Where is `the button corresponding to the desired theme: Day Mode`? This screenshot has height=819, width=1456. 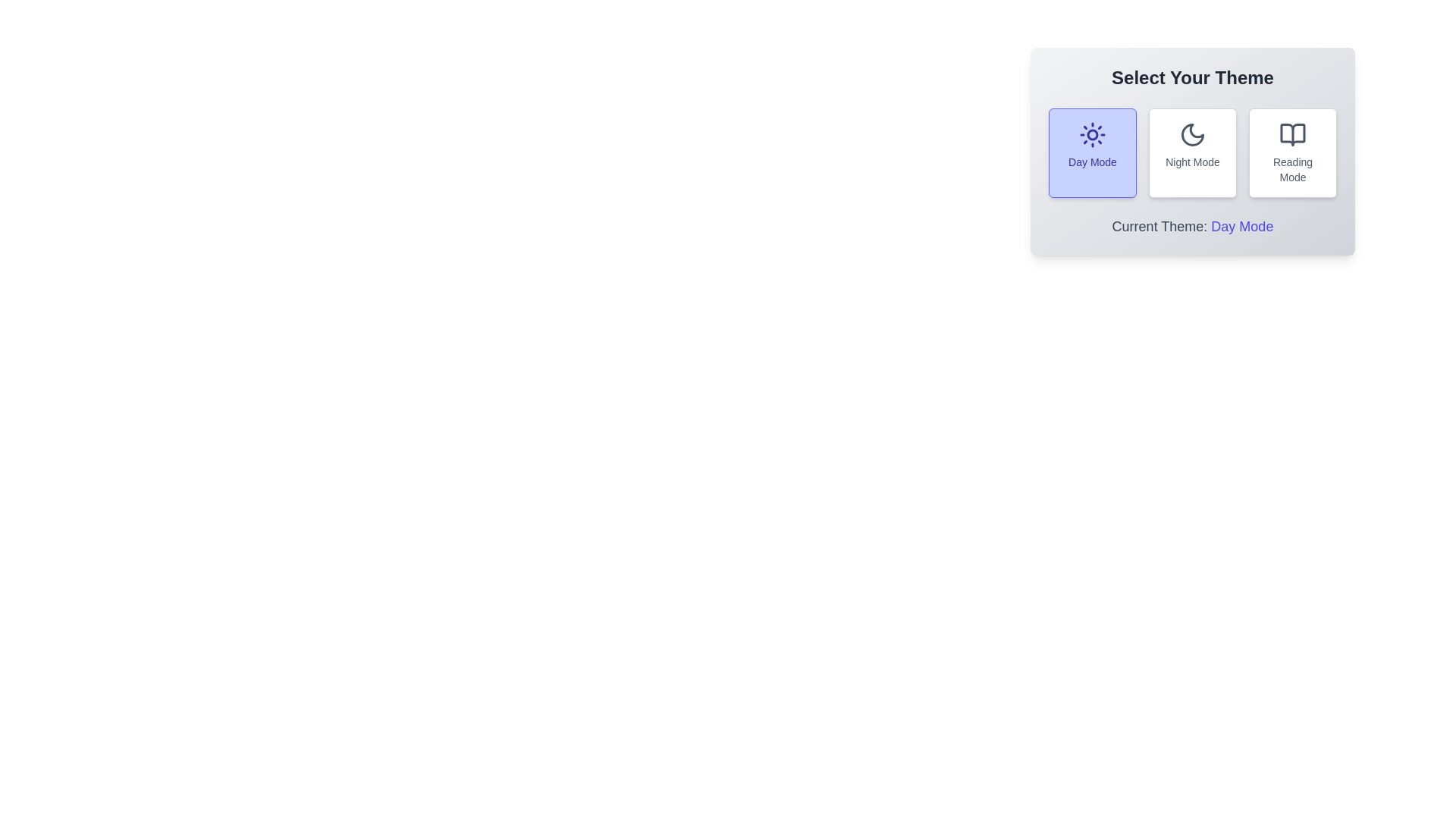
the button corresponding to the desired theme: Day Mode is located at coordinates (1092, 152).